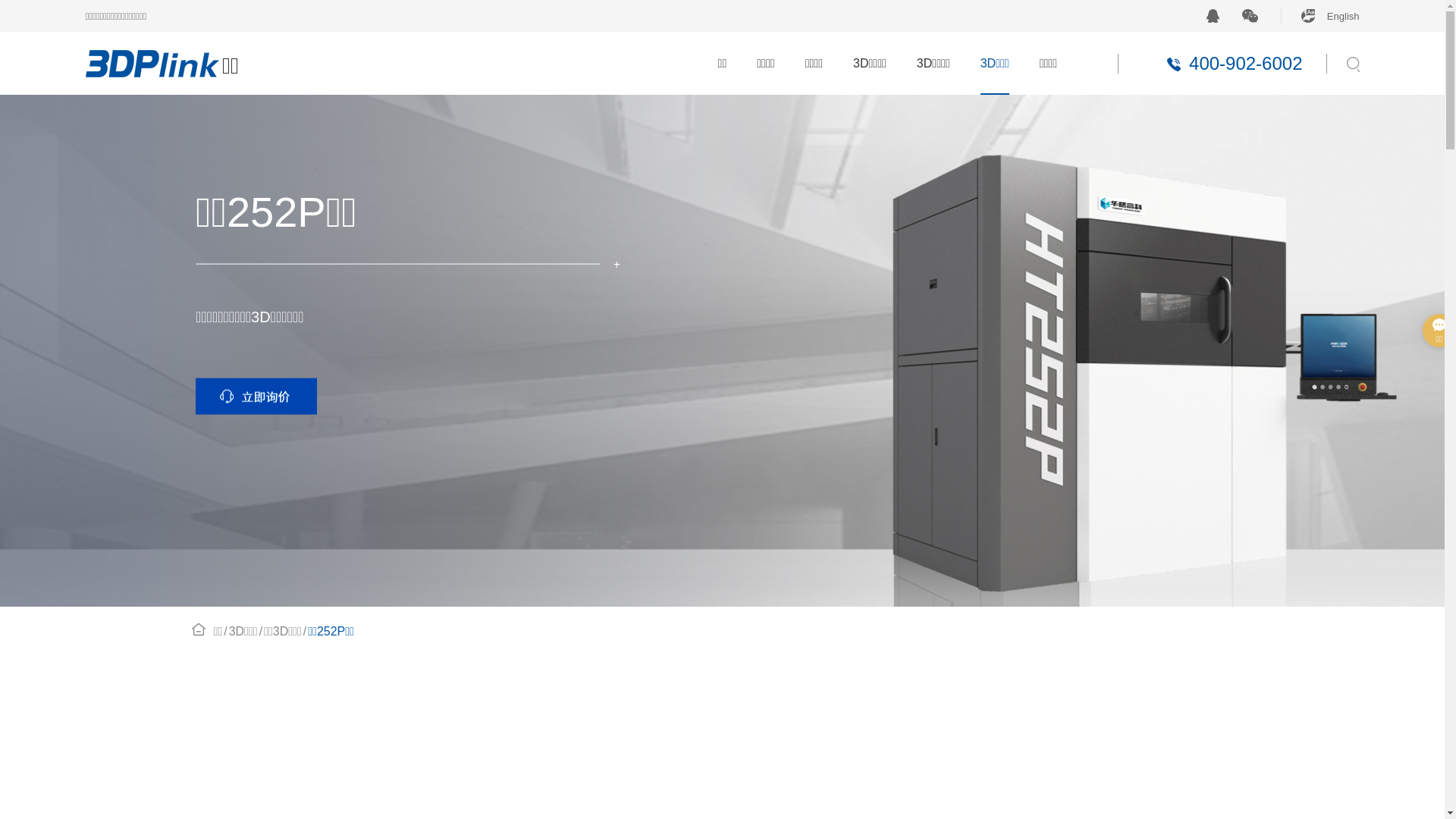  Describe the element at coordinates (1280, 15) in the screenshot. I see `'English'` at that location.